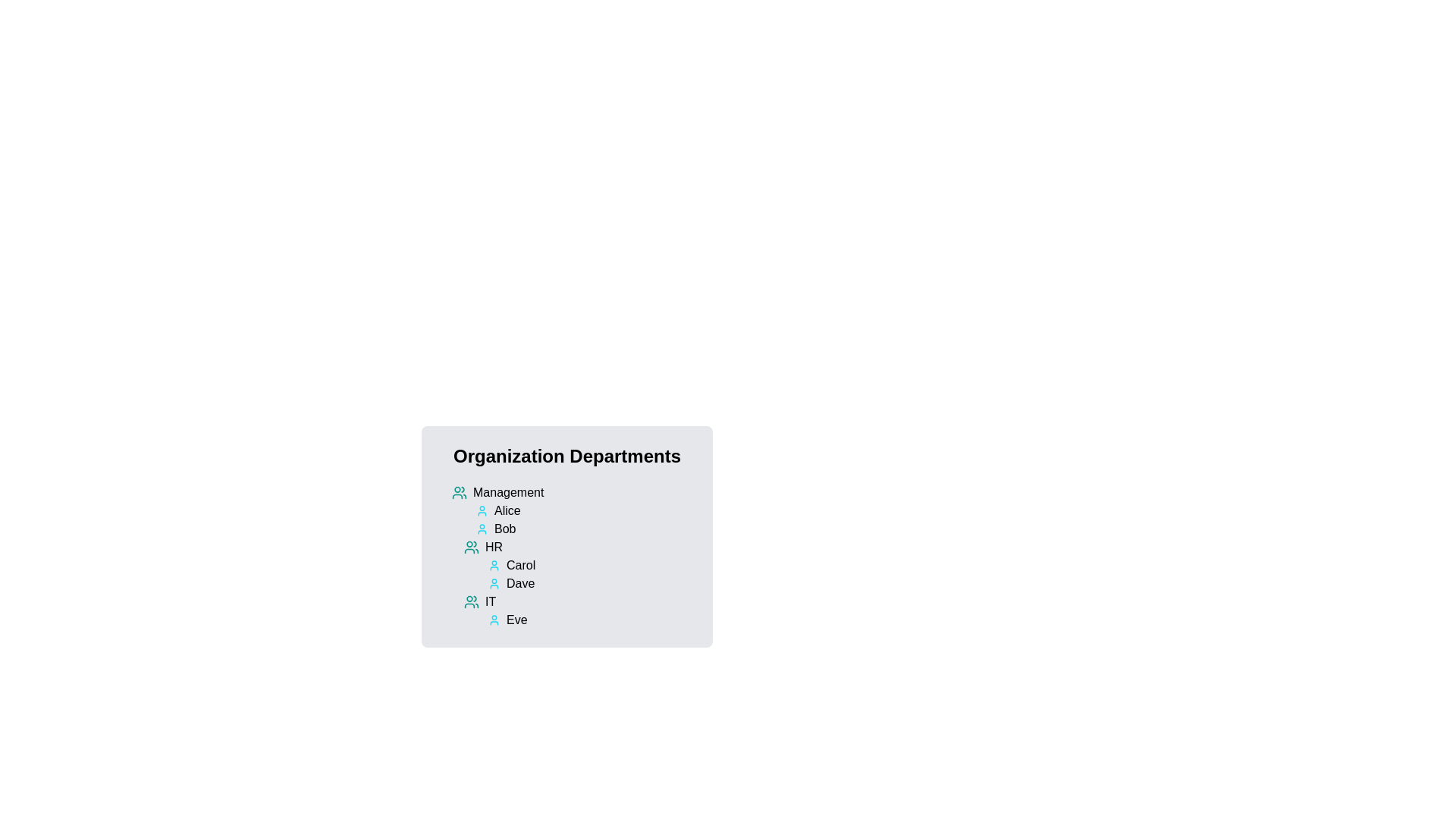  Describe the element at coordinates (521, 565) in the screenshot. I see `the text item 'Carol' which is the third item in the list under the 'HR' category in the 'Organization Departments' section` at that location.